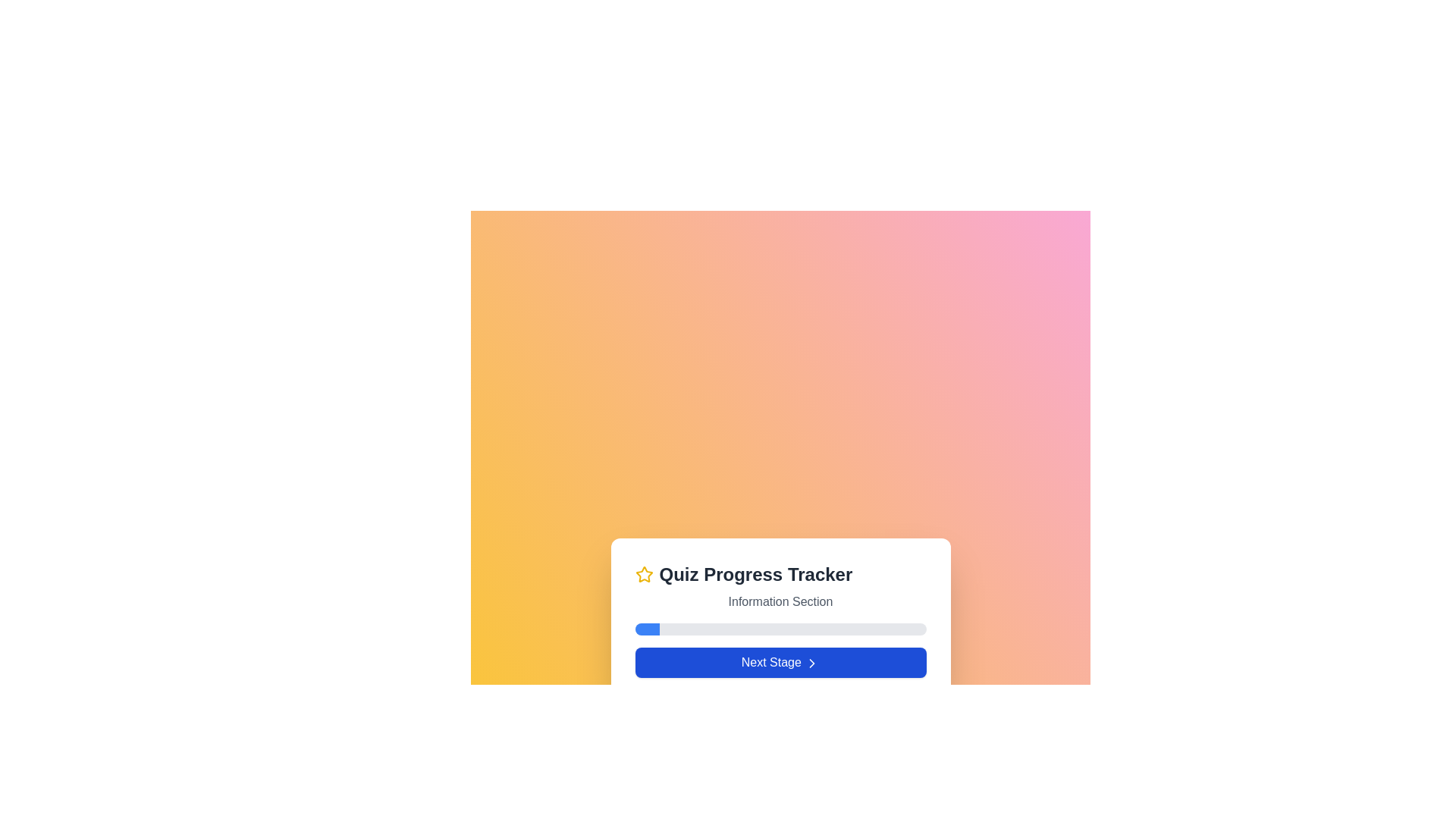 This screenshot has width=1456, height=819. What do you see at coordinates (780, 601) in the screenshot?
I see `the 'Information Section' text label, which is a medium-sized gray font element located below the 'Quiz Progress Tracker' heading in the card interface` at bounding box center [780, 601].